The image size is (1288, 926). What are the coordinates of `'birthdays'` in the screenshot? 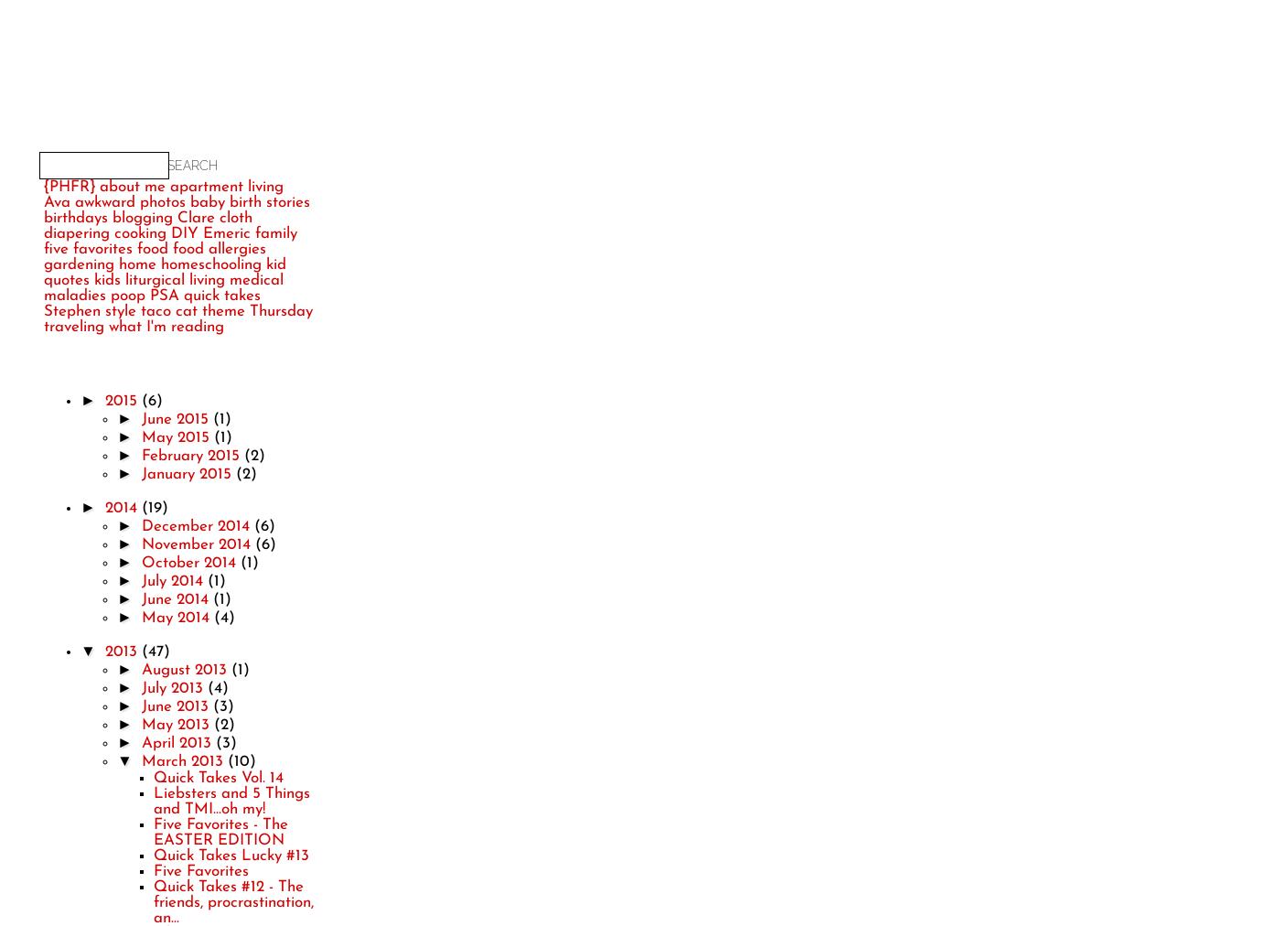 It's located at (43, 218).